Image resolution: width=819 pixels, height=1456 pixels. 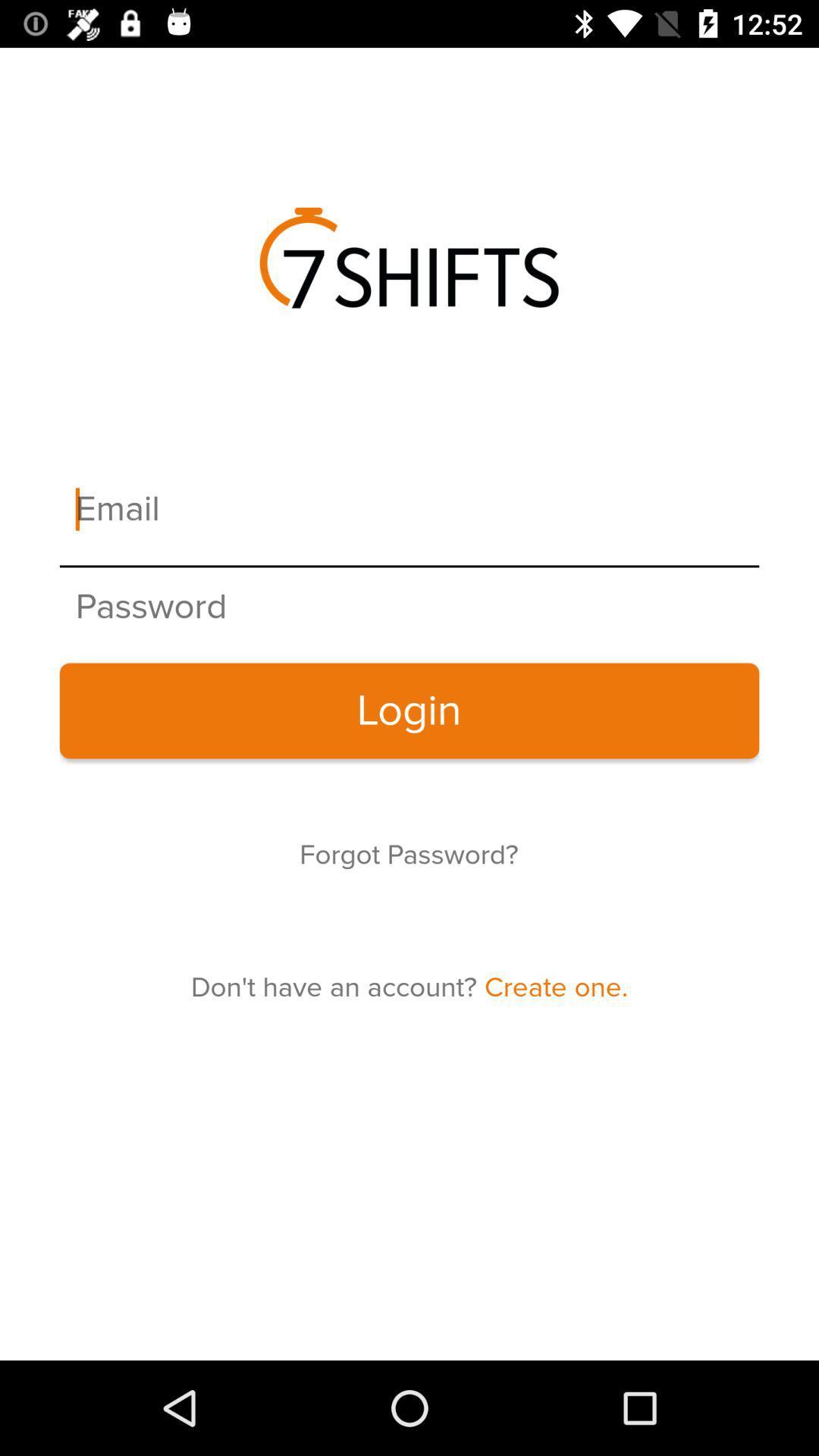 What do you see at coordinates (409, 607) in the screenshot?
I see `an empty field that you type your password into` at bounding box center [409, 607].